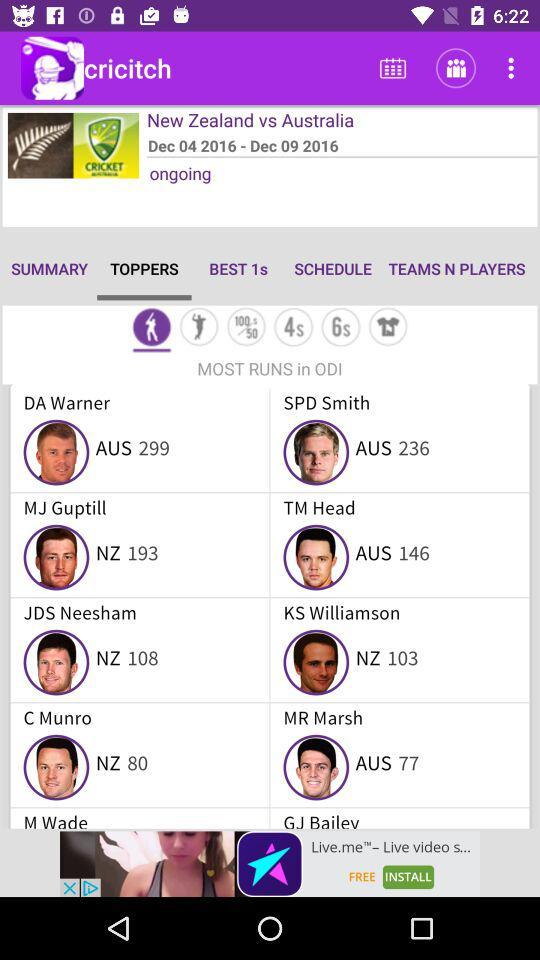 This screenshot has width=540, height=960. What do you see at coordinates (388, 329) in the screenshot?
I see `hide button` at bounding box center [388, 329].